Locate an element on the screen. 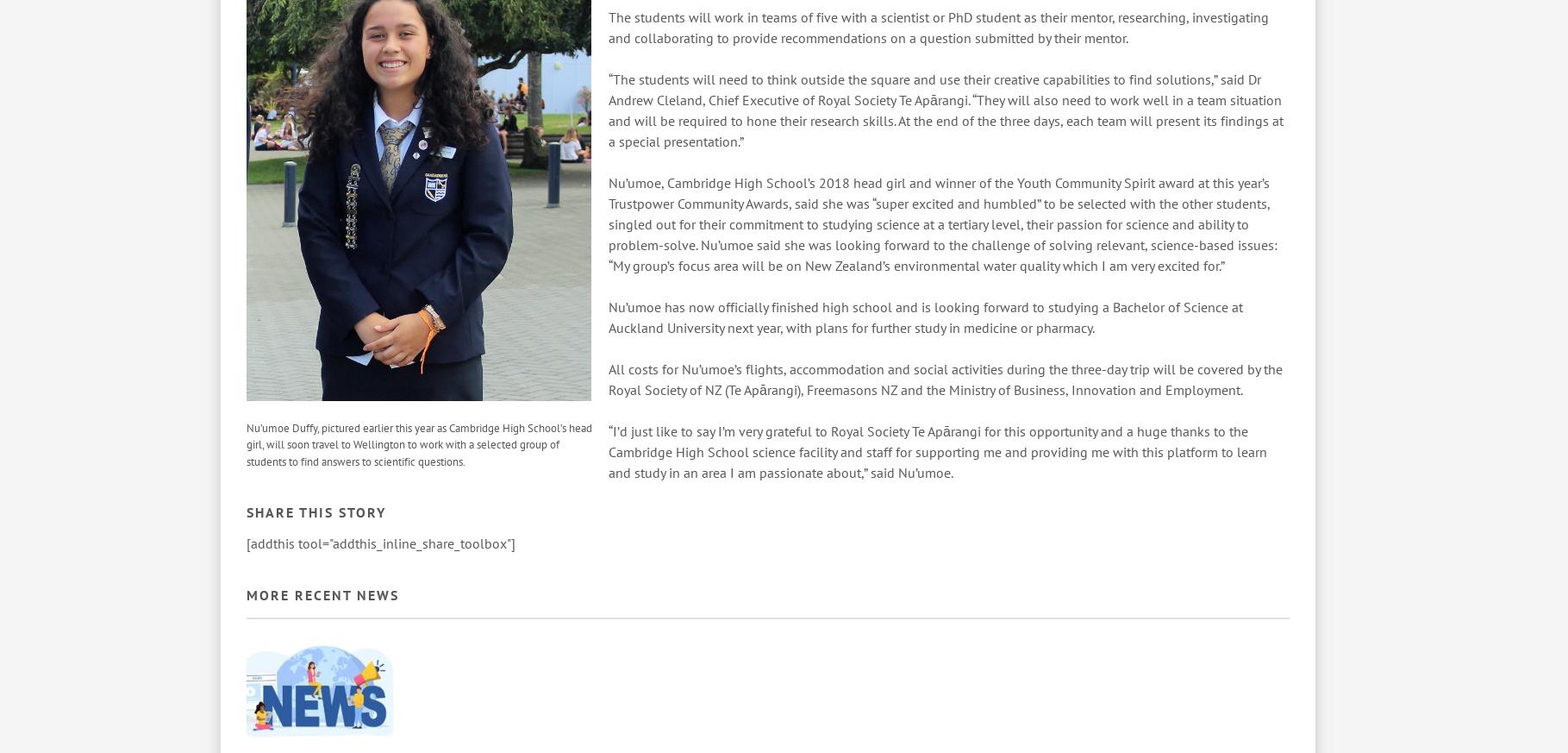 The width and height of the screenshot is (1568, 753). '“I’d just like to say I’m very grateful to Royal Society Te Apārangi for this opportunity and a huge thanks to the Cambridge High School science facility and staff for supporting me and providing me with this platform to learn and study in an area I am passionate about,” said Nu’umoe.' is located at coordinates (936, 451).